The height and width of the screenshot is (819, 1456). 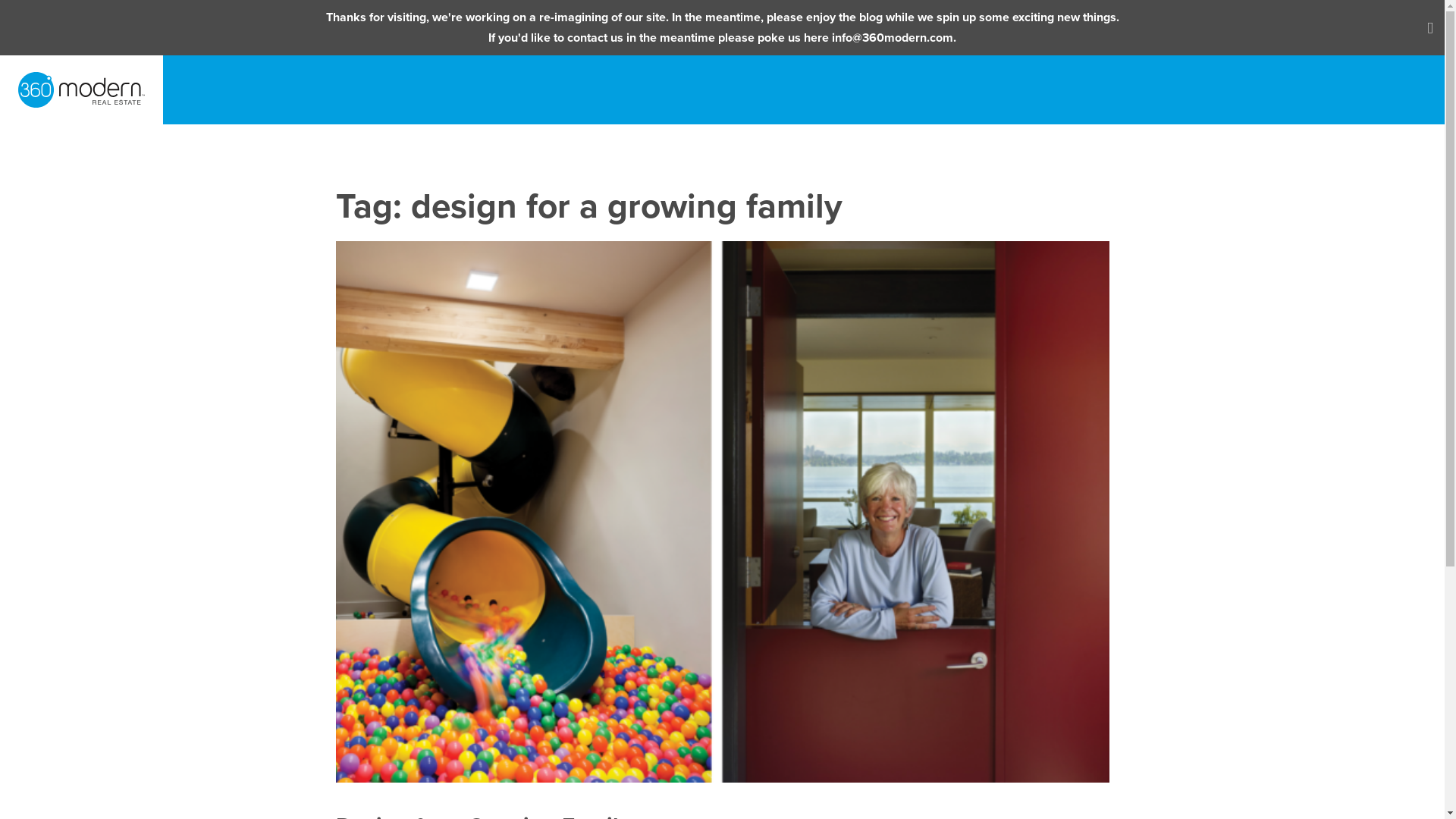 I want to click on 'info@360modern.com', so click(x=831, y=37).